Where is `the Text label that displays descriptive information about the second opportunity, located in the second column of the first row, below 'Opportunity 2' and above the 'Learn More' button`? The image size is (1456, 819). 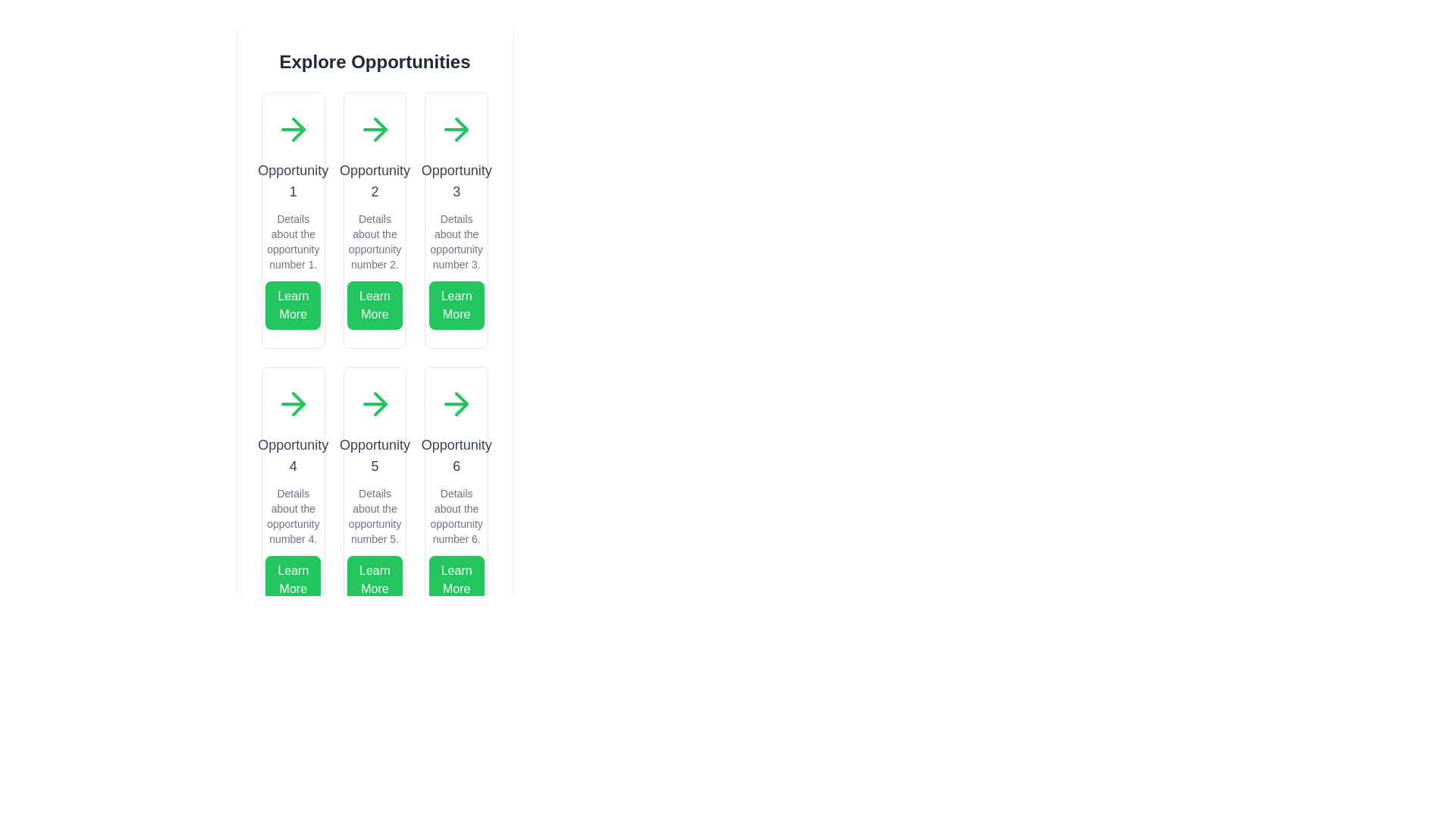 the Text label that displays descriptive information about the second opportunity, located in the second column of the first row, below 'Opportunity 2' and above the 'Learn More' button is located at coordinates (375, 241).